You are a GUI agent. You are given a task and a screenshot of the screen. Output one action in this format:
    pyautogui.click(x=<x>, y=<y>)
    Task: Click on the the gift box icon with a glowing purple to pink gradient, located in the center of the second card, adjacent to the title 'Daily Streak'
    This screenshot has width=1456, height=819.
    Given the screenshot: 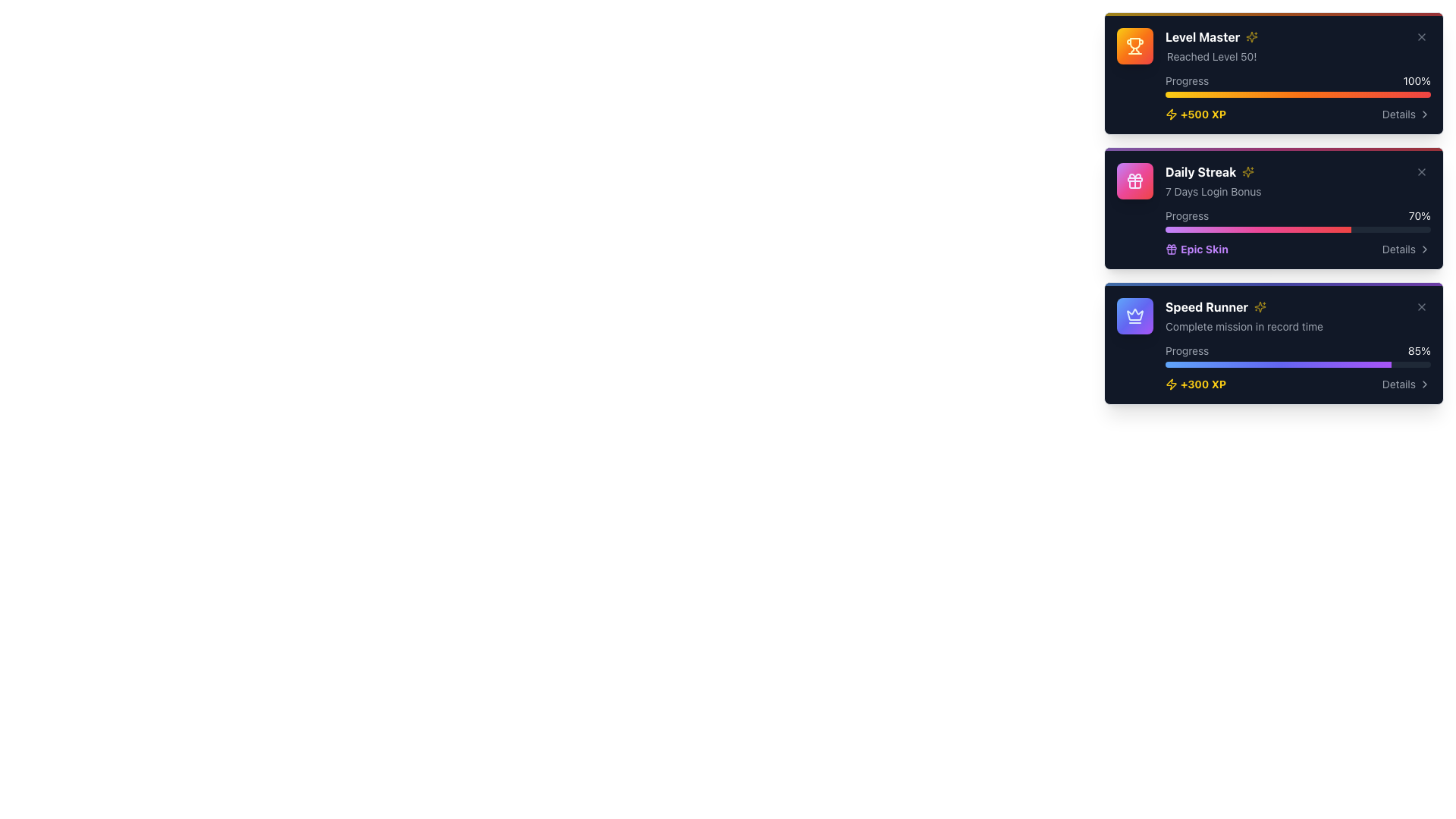 What is the action you would take?
    pyautogui.click(x=1135, y=180)
    